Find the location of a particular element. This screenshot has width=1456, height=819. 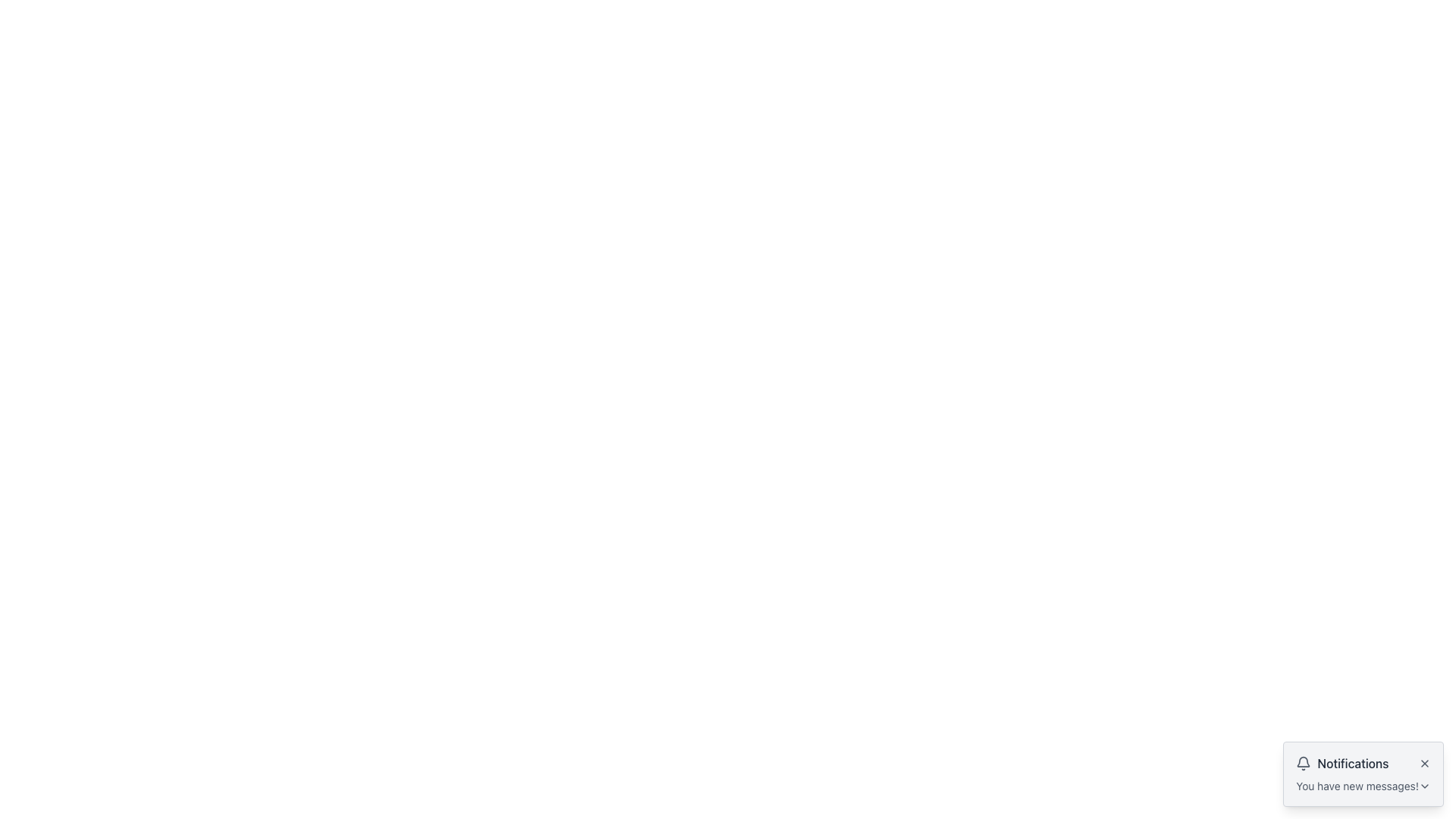

the dropdown icon associated with the 'Notifications' text is located at coordinates (1363, 786).